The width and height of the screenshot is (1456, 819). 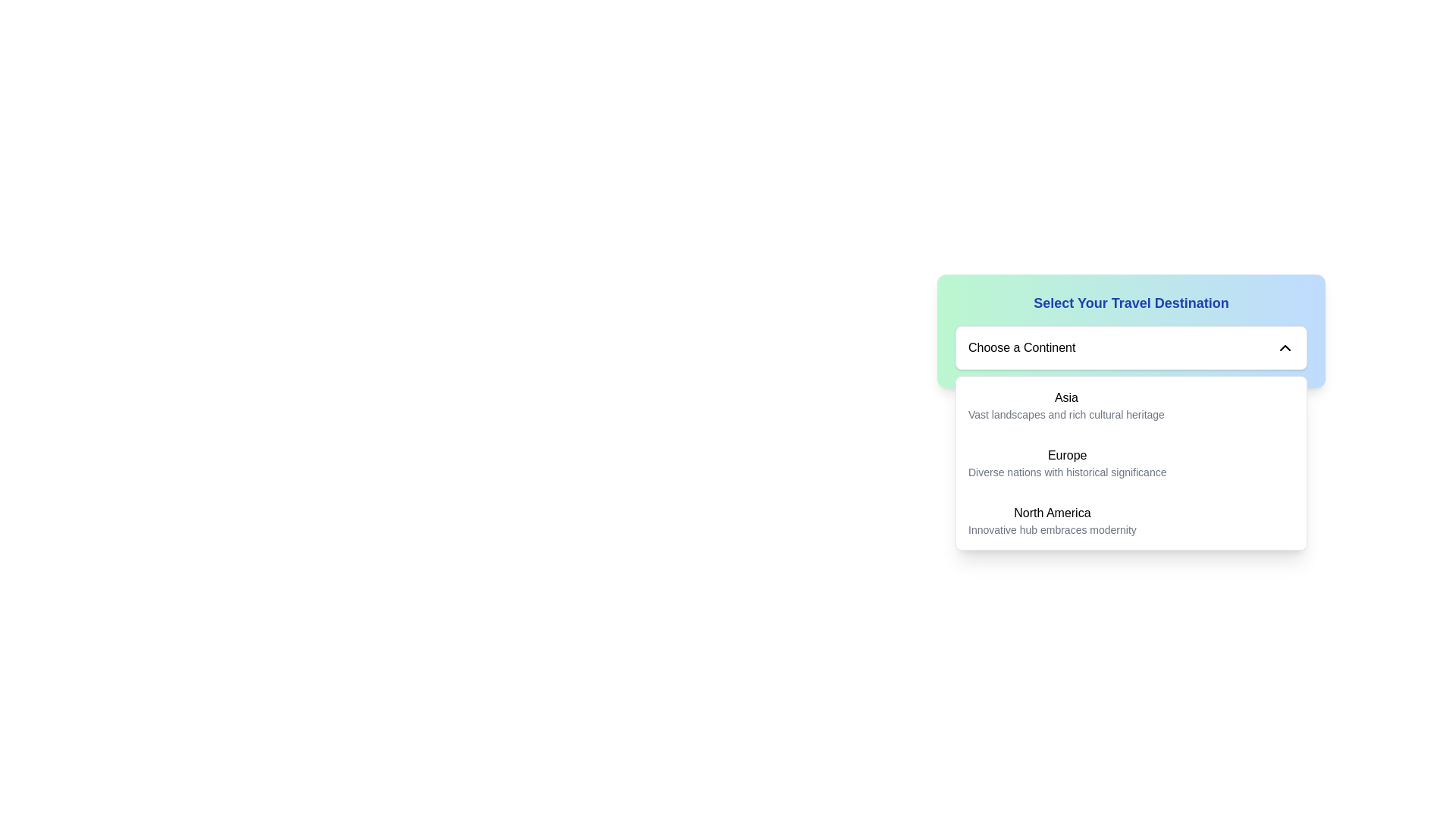 What do you see at coordinates (1131, 405) in the screenshot?
I see `the dropdown menu item titled 'Asia'` at bounding box center [1131, 405].